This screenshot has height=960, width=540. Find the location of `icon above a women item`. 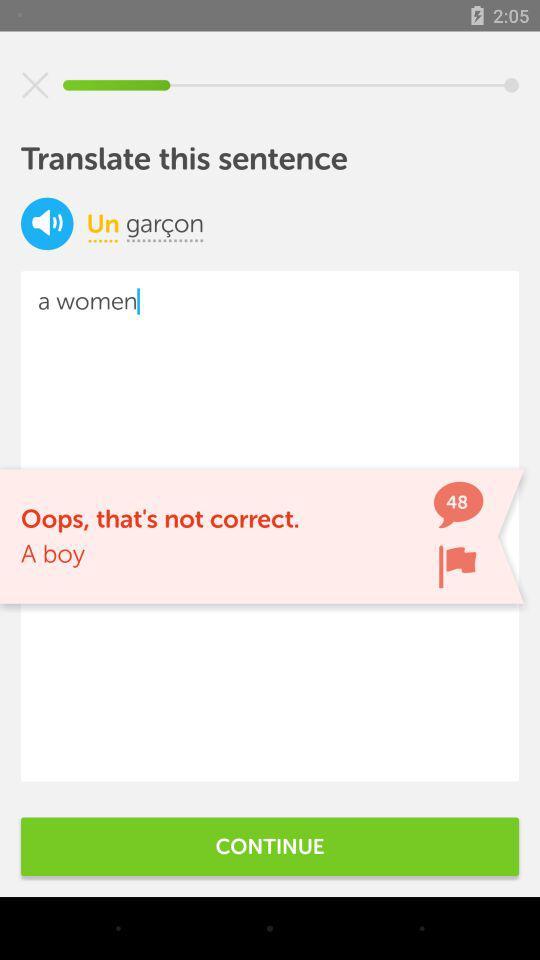

icon above a women item is located at coordinates (47, 223).